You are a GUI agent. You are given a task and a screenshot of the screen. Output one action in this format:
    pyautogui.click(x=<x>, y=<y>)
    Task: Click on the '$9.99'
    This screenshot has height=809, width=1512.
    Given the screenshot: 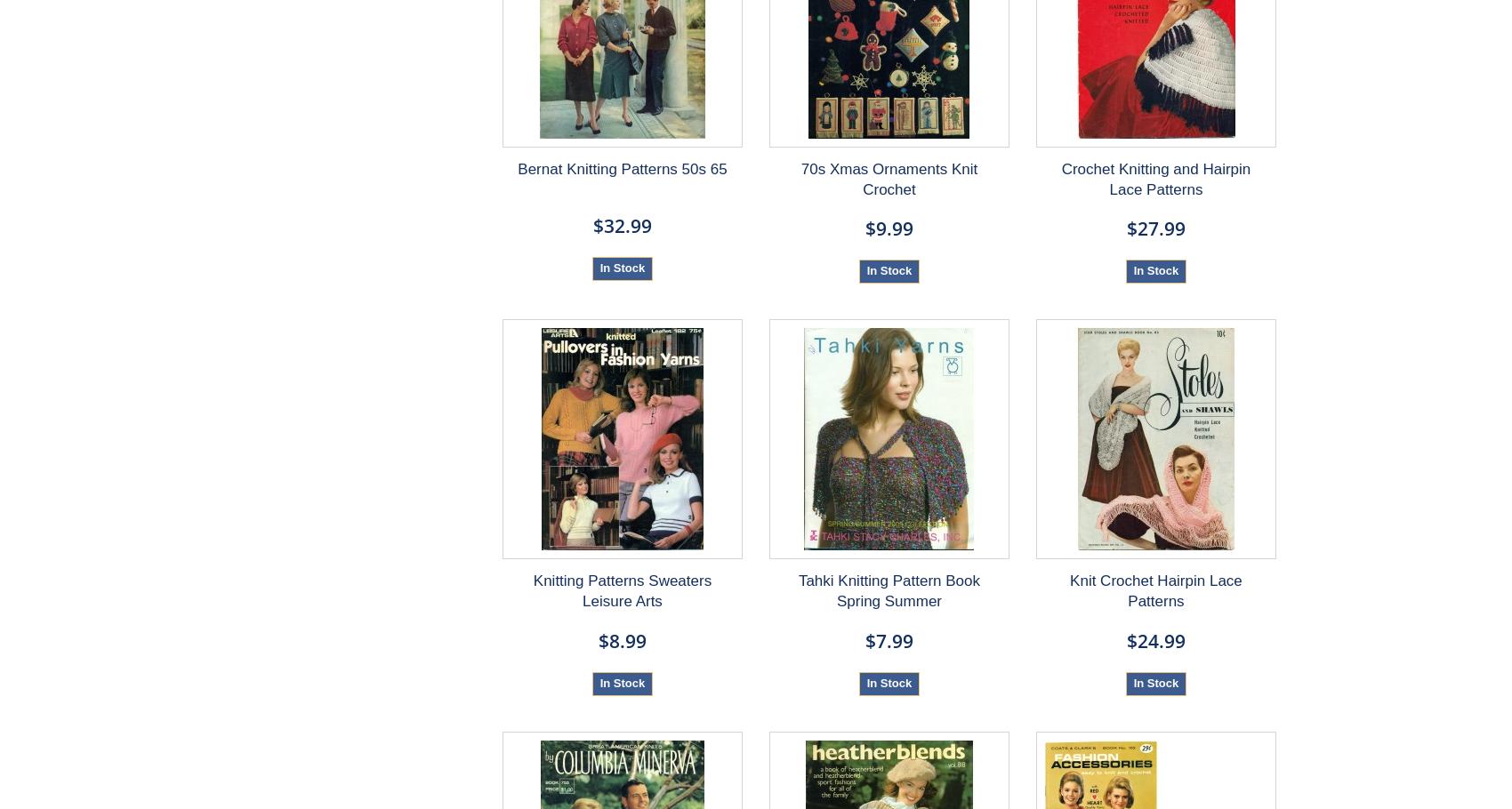 What is the action you would take?
    pyautogui.click(x=887, y=228)
    